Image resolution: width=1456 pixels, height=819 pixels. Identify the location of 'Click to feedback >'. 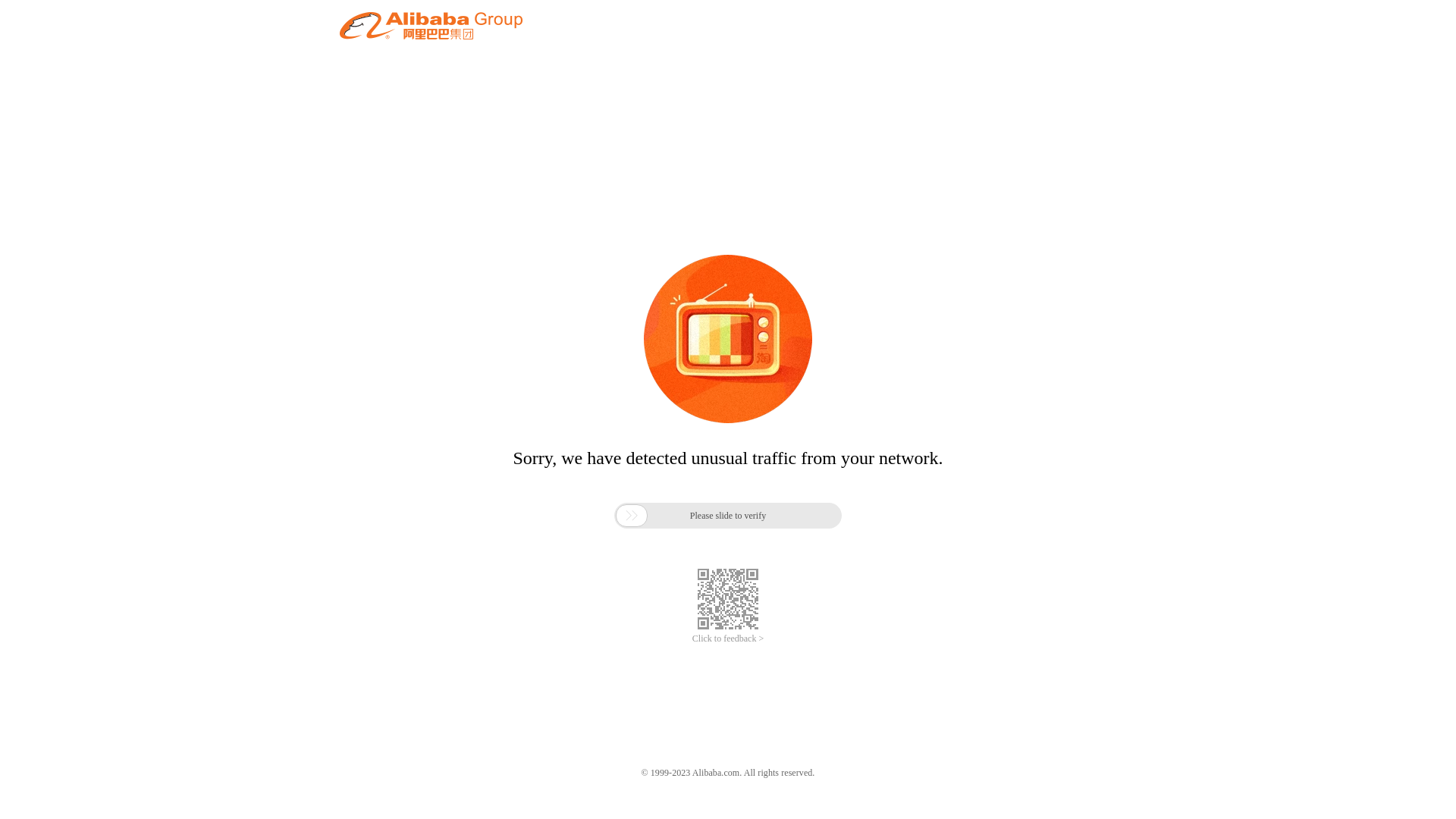
(728, 639).